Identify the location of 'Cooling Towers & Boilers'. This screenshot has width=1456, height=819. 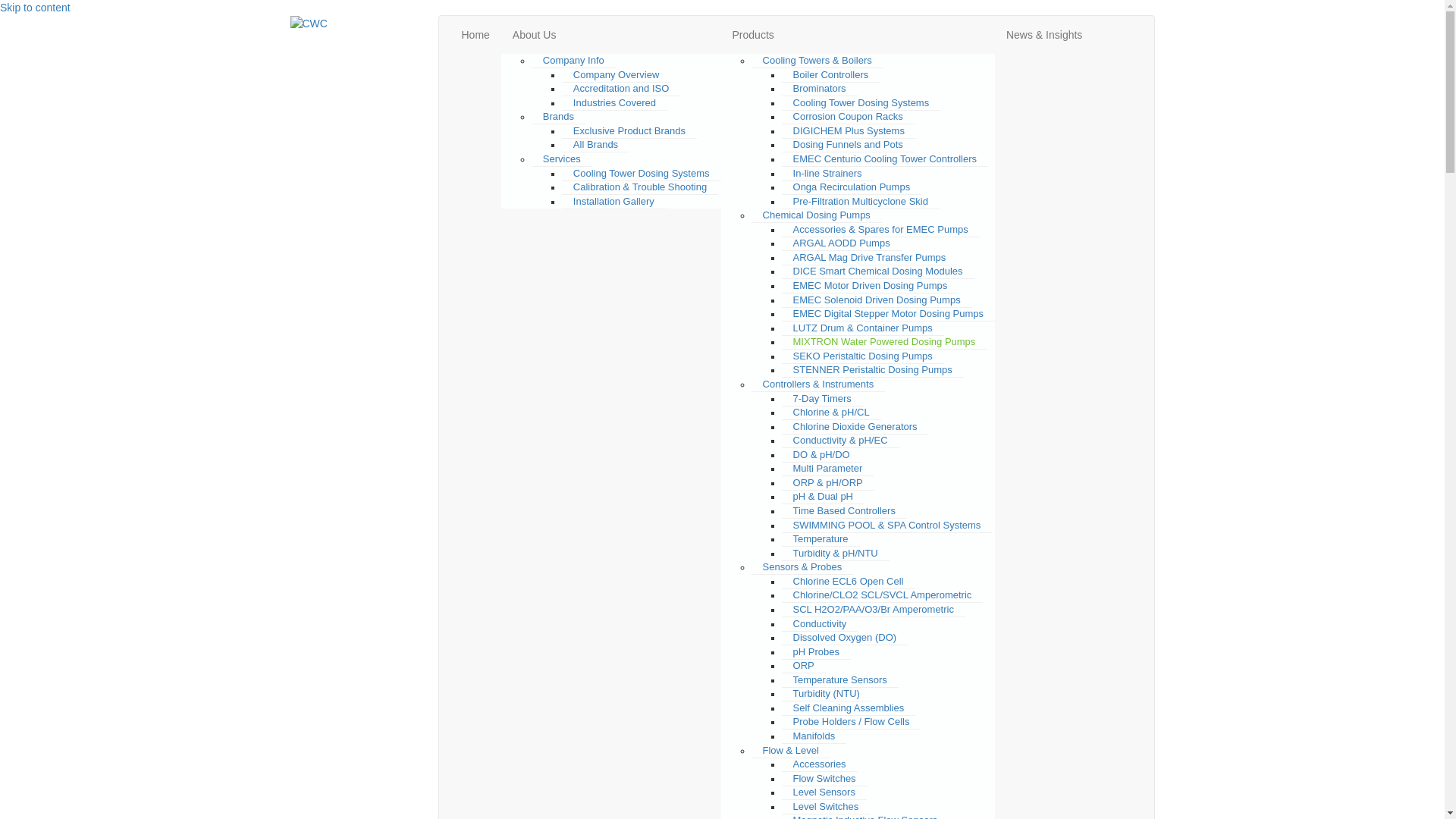
(751, 60).